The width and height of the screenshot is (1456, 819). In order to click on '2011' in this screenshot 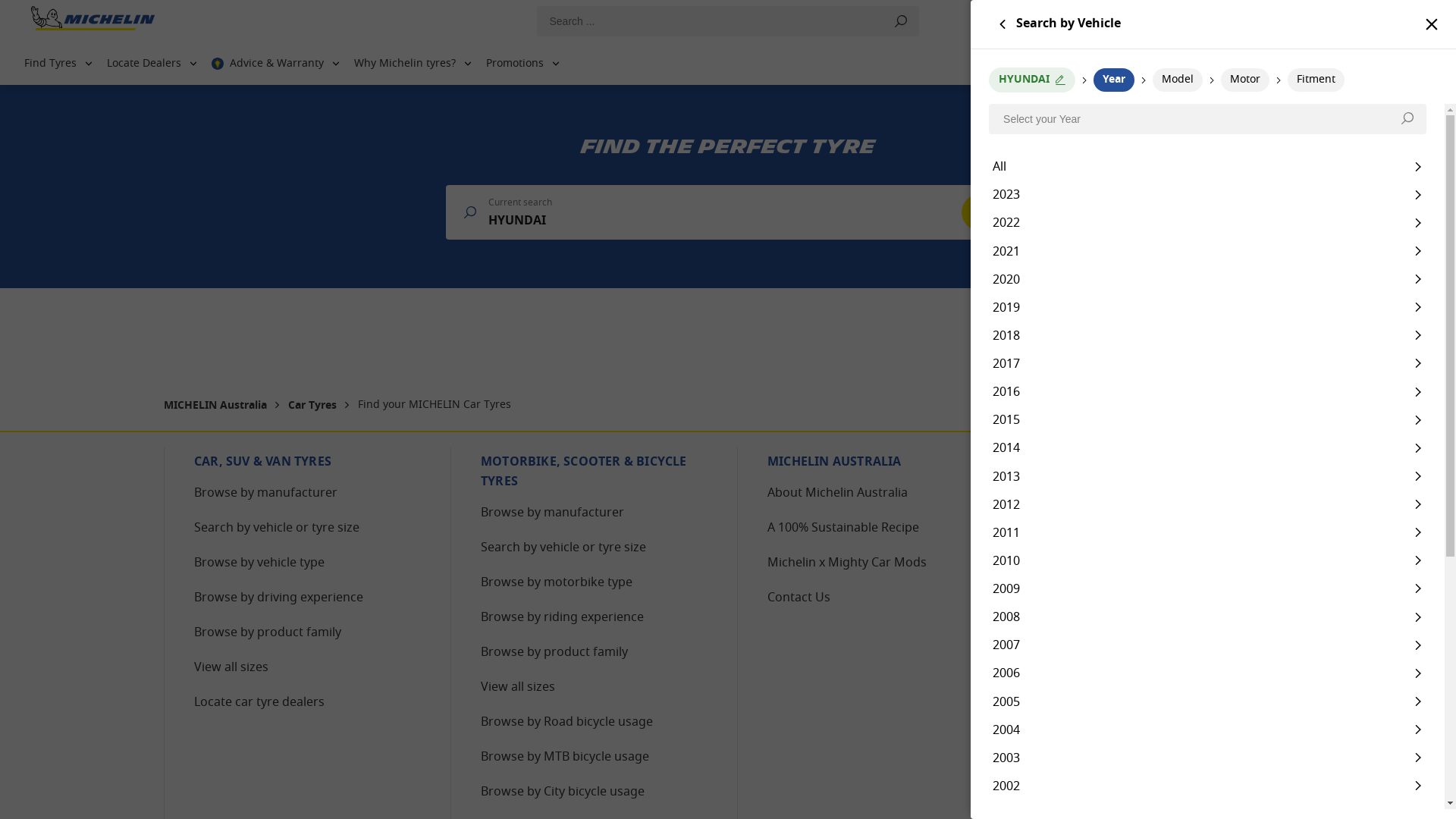, I will do `click(1207, 532)`.